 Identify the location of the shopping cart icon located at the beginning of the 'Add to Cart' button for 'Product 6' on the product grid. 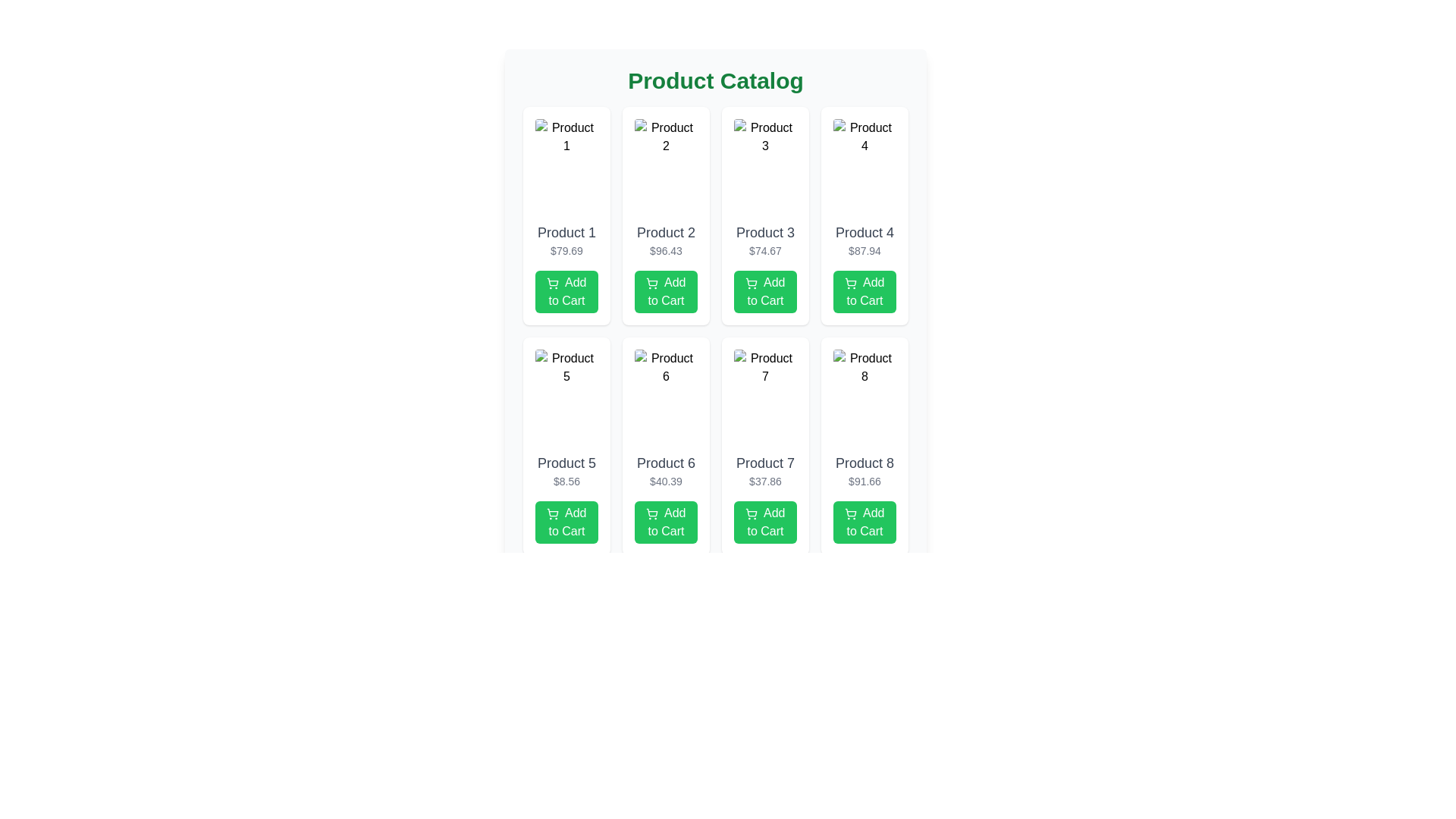
(652, 512).